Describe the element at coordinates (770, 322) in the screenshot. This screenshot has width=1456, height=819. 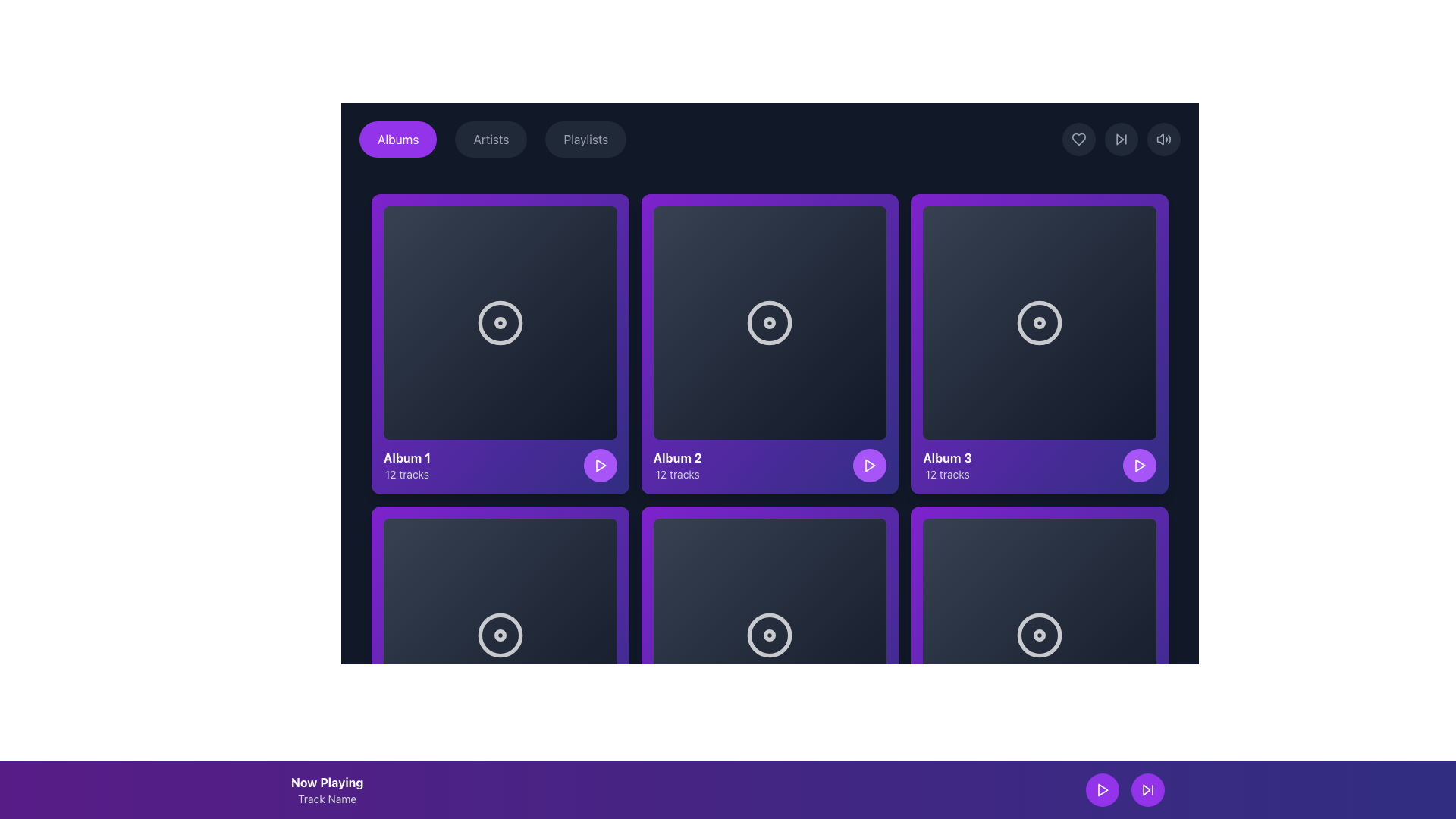
I see `the decorative thumbnail representing 'Album 2' in the grid layout, which is the second card in the first row` at that location.